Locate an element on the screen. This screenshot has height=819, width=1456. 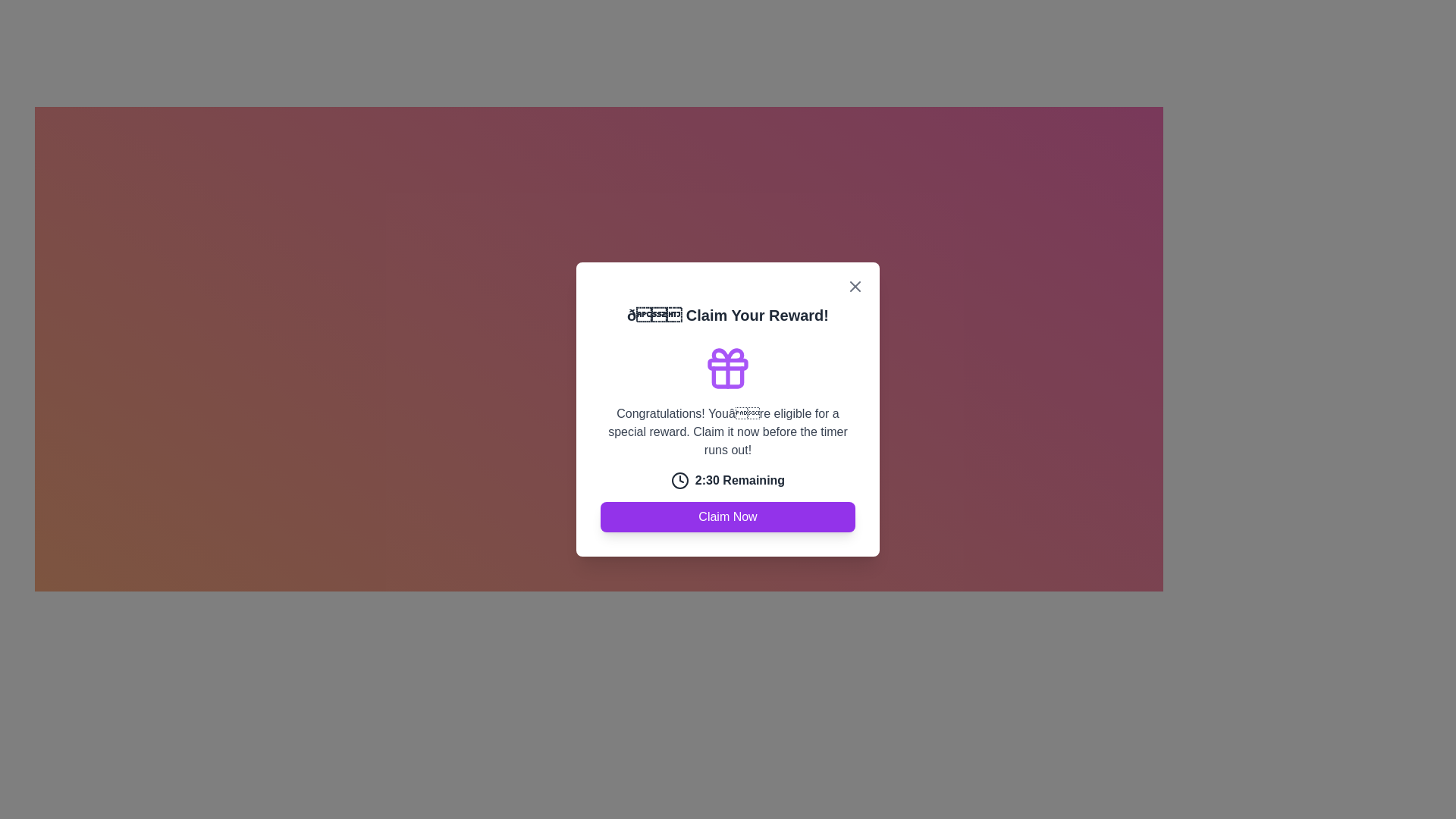
the Decorative Icon located centrally in the modal dialog box, positioned below the 'Claim Your Reward!' header and above the descriptive text and countdown timer is located at coordinates (728, 376).